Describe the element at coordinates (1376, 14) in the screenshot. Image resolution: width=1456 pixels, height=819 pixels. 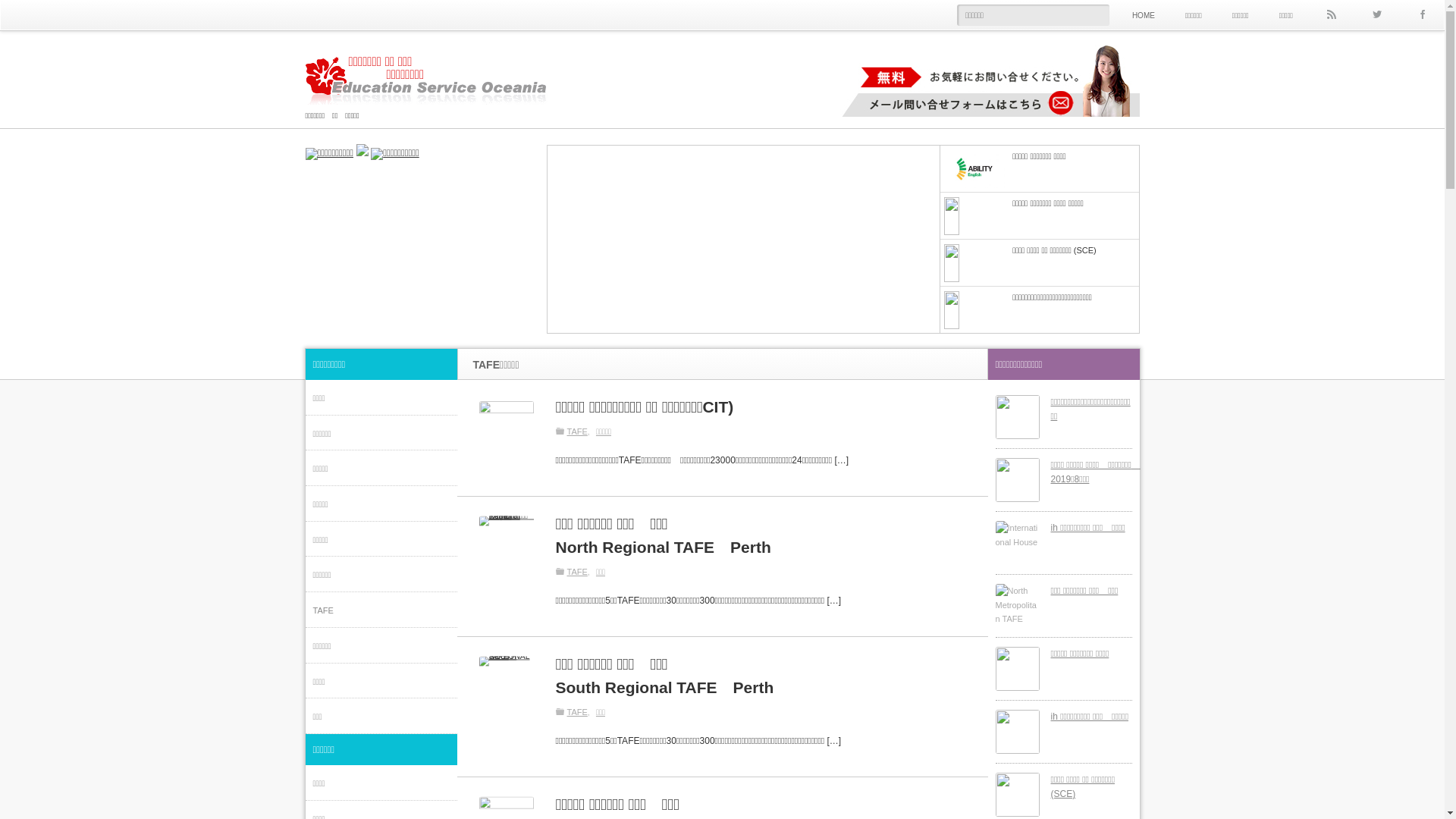
I see `'Twitter'` at that location.